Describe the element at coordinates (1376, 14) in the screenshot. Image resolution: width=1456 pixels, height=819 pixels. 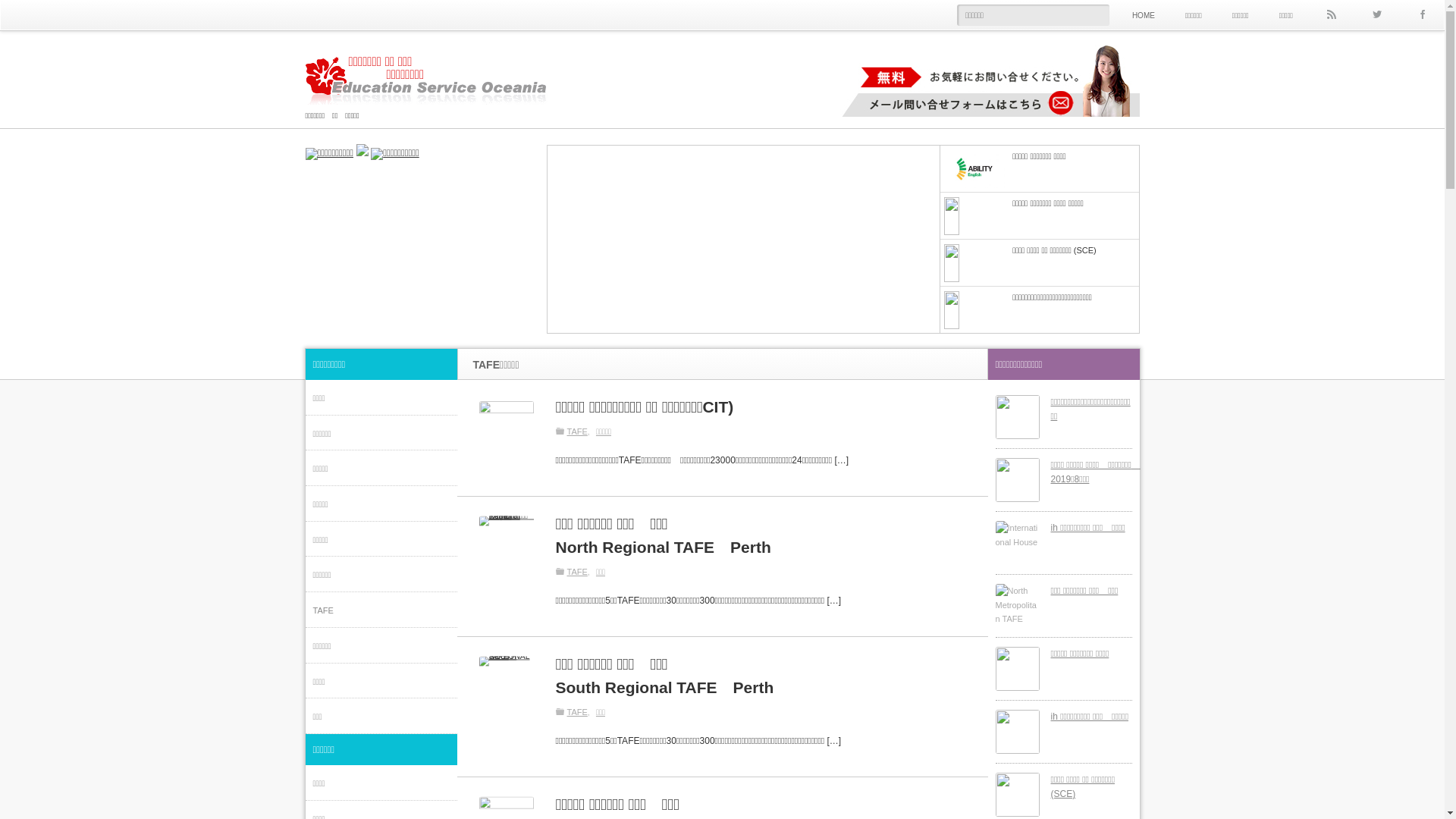
I see `'Twitter'` at that location.